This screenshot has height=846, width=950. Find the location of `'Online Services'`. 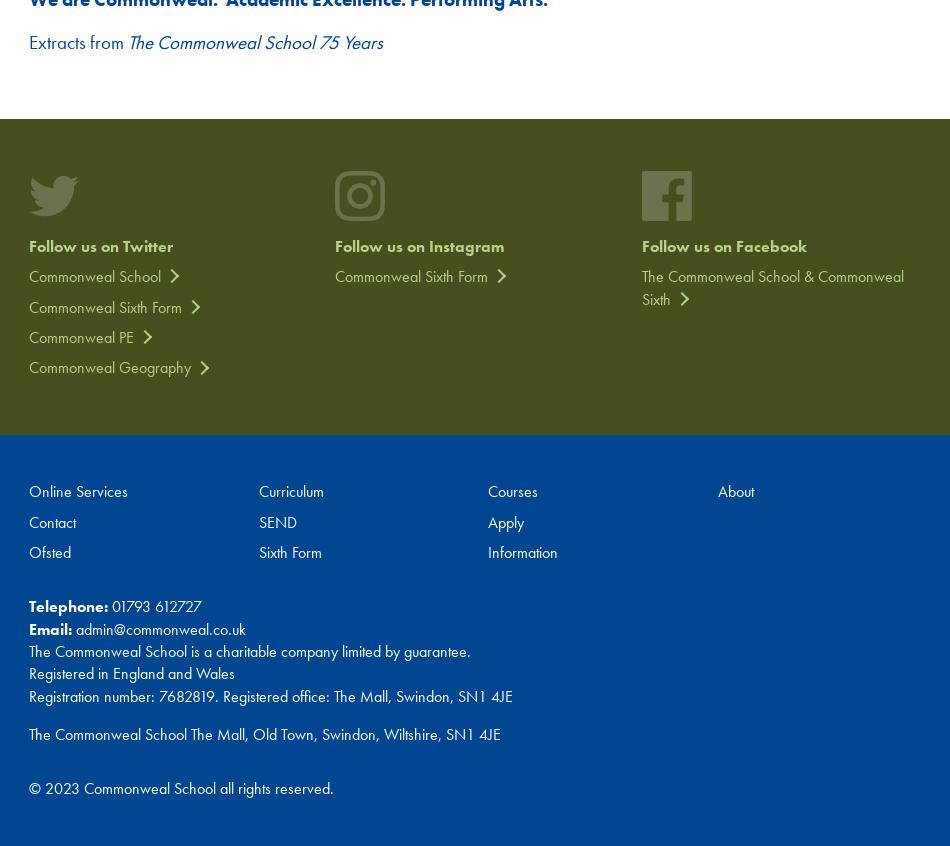

'Online Services' is located at coordinates (28, 490).